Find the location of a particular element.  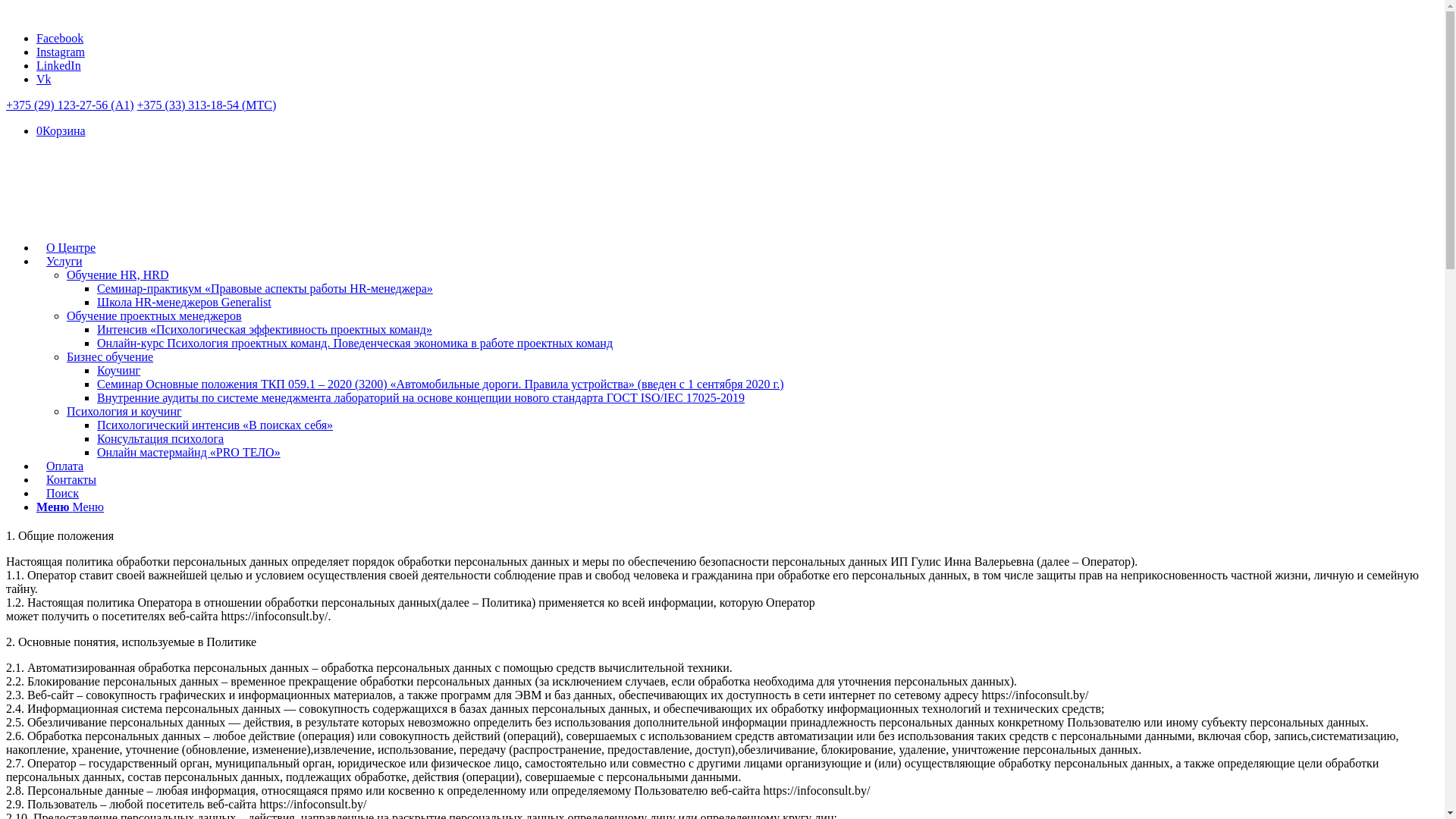

'Facebook' is located at coordinates (59, 37).